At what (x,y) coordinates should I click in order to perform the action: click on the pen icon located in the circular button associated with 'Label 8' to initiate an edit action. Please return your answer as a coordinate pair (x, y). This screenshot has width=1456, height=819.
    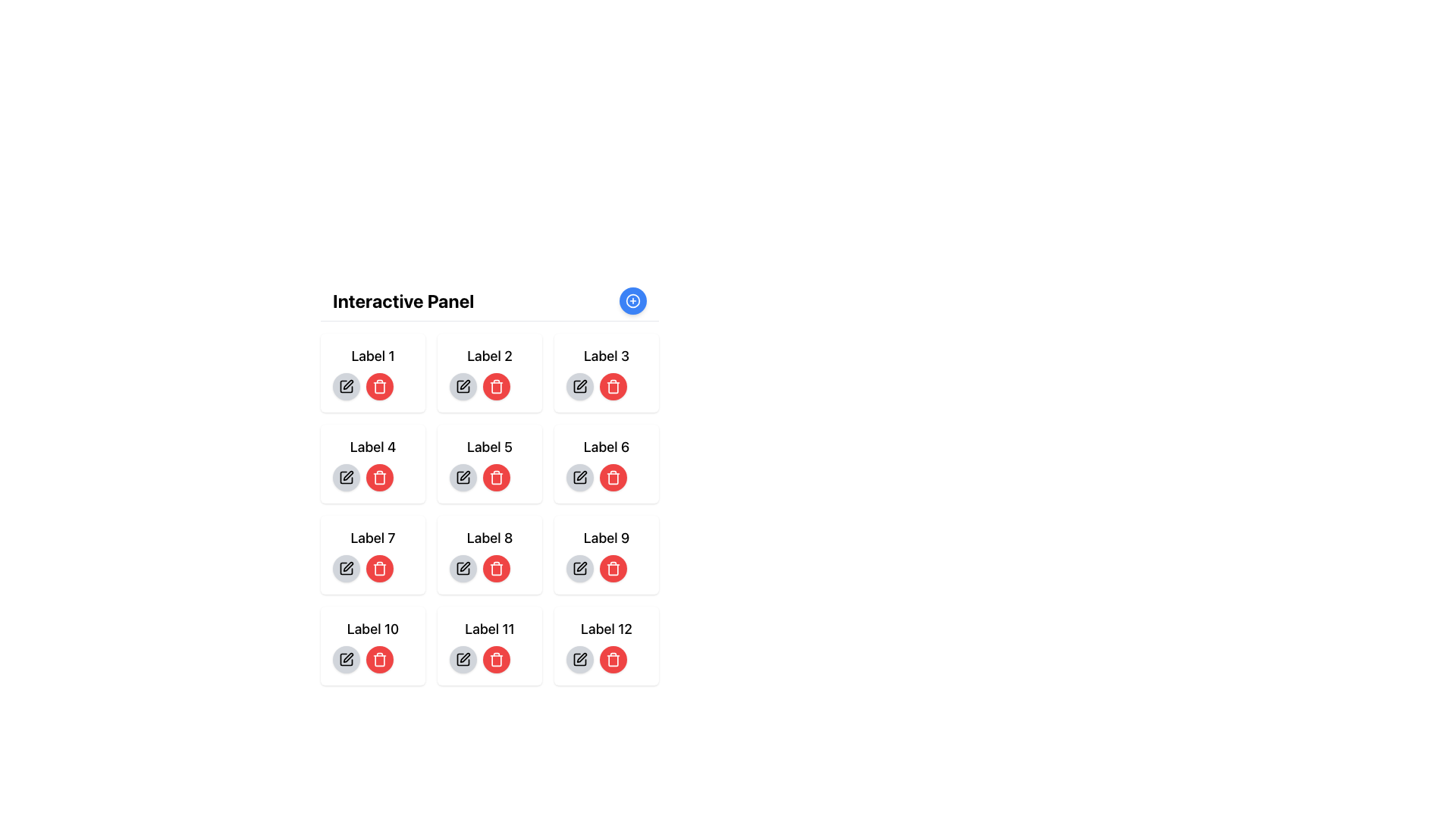
    Looking at the image, I should click on (462, 568).